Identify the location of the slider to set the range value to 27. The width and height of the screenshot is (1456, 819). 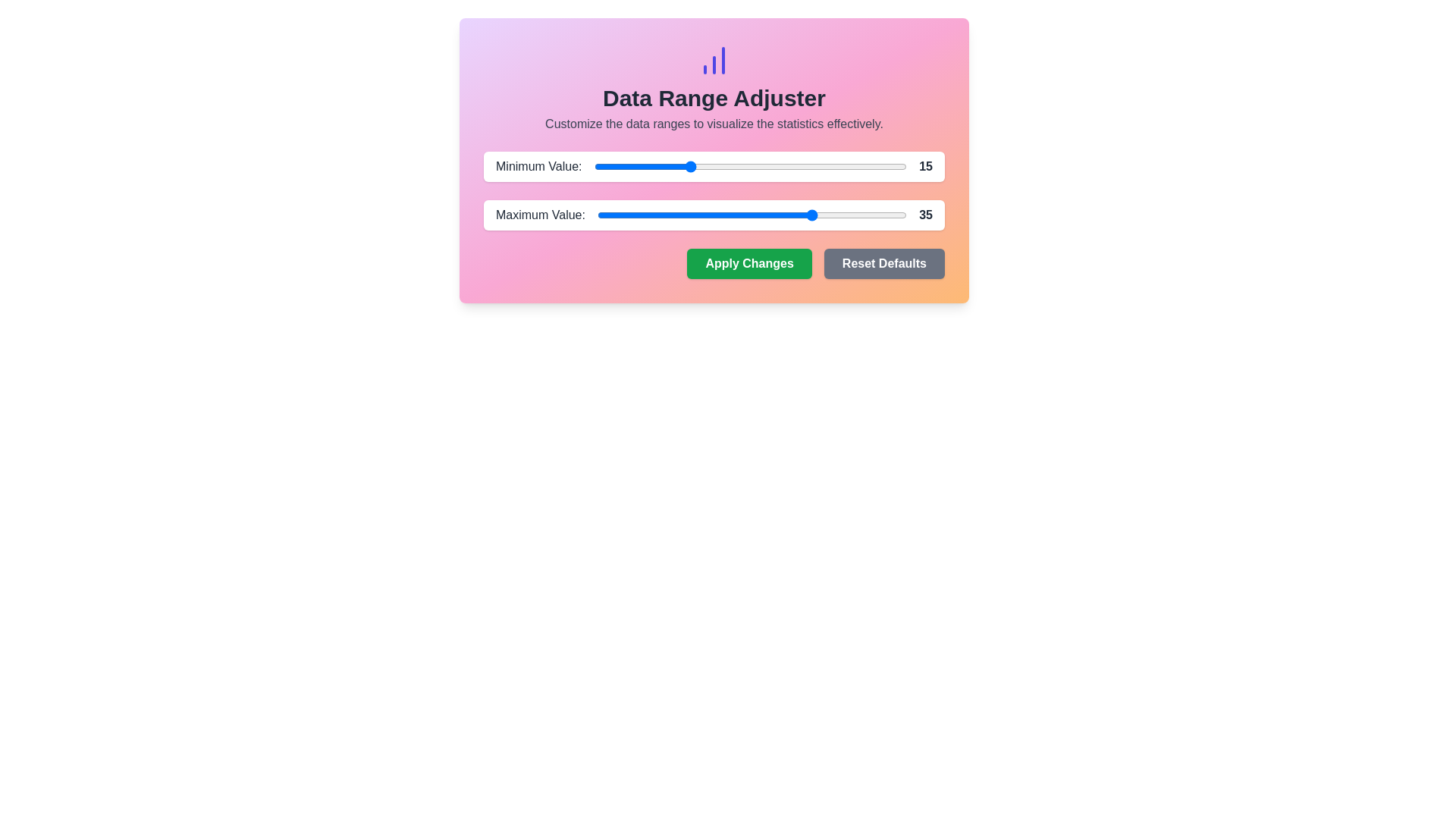
(763, 166).